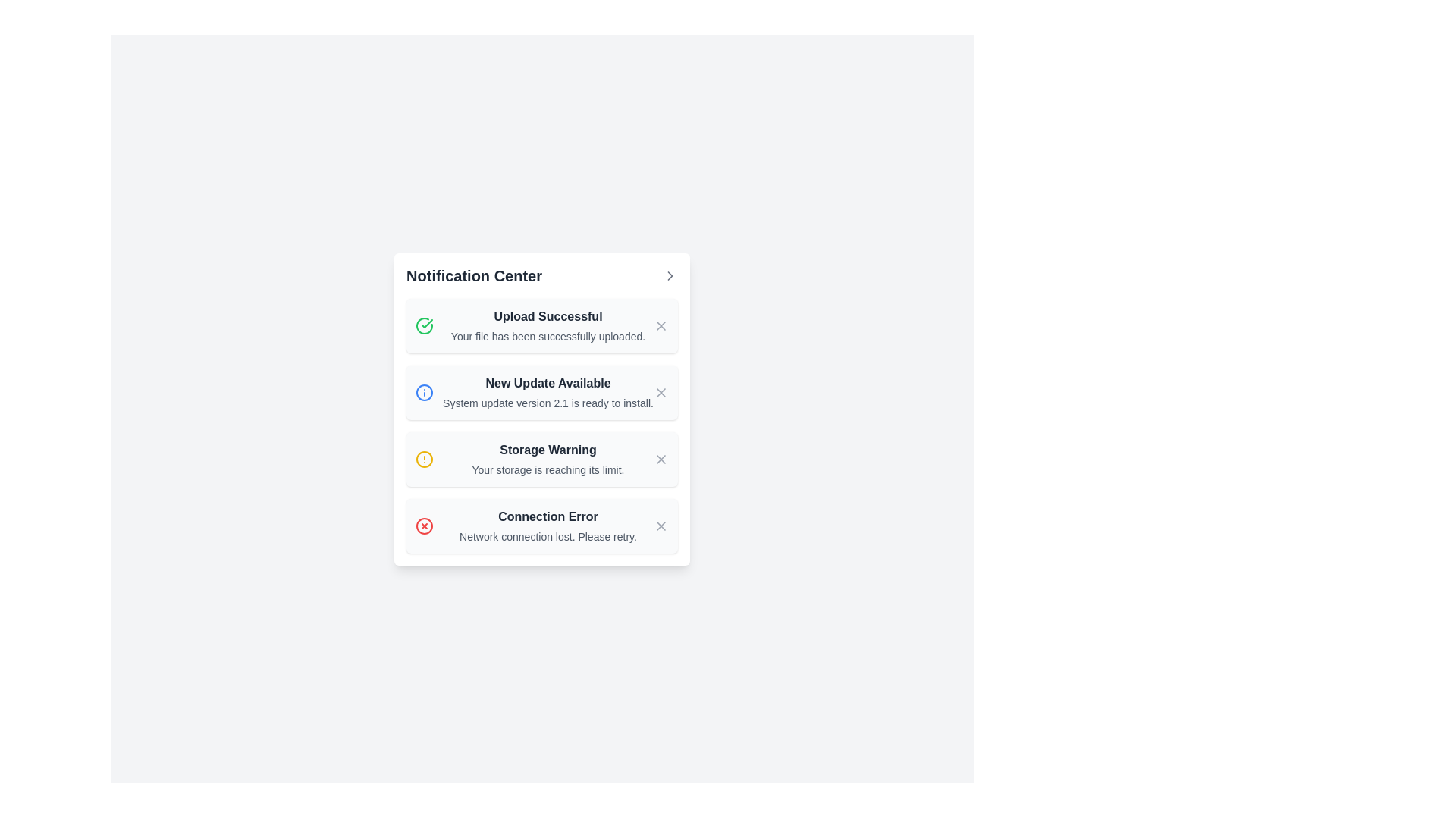 The height and width of the screenshot is (819, 1456). I want to click on details of the system update notification card located in the Notification Center, which is the second card in the vertical list, so click(542, 391).